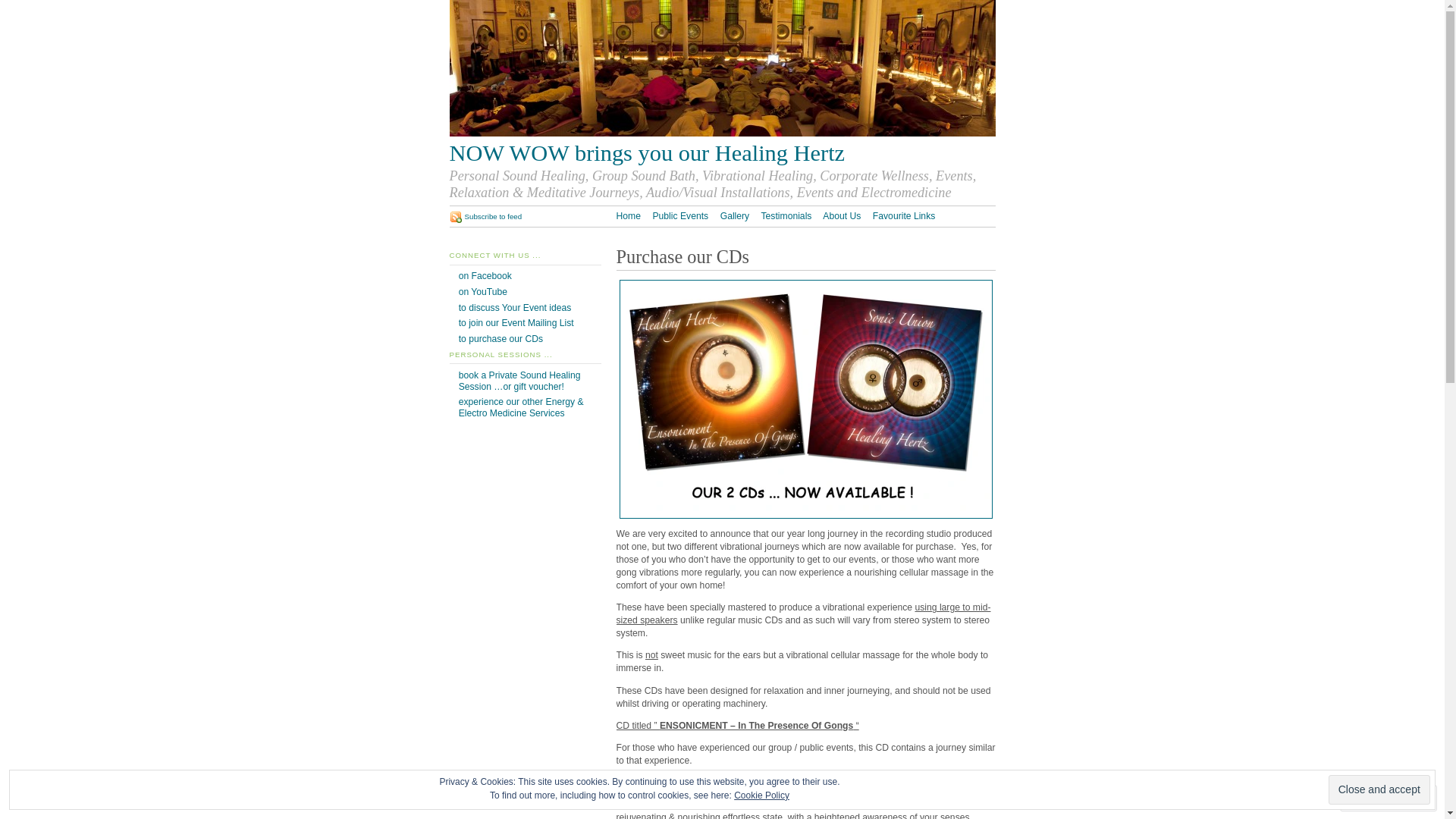 This screenshot has width=1456, height=819. I want to click on 'Favourite Links', so click(903, 216).